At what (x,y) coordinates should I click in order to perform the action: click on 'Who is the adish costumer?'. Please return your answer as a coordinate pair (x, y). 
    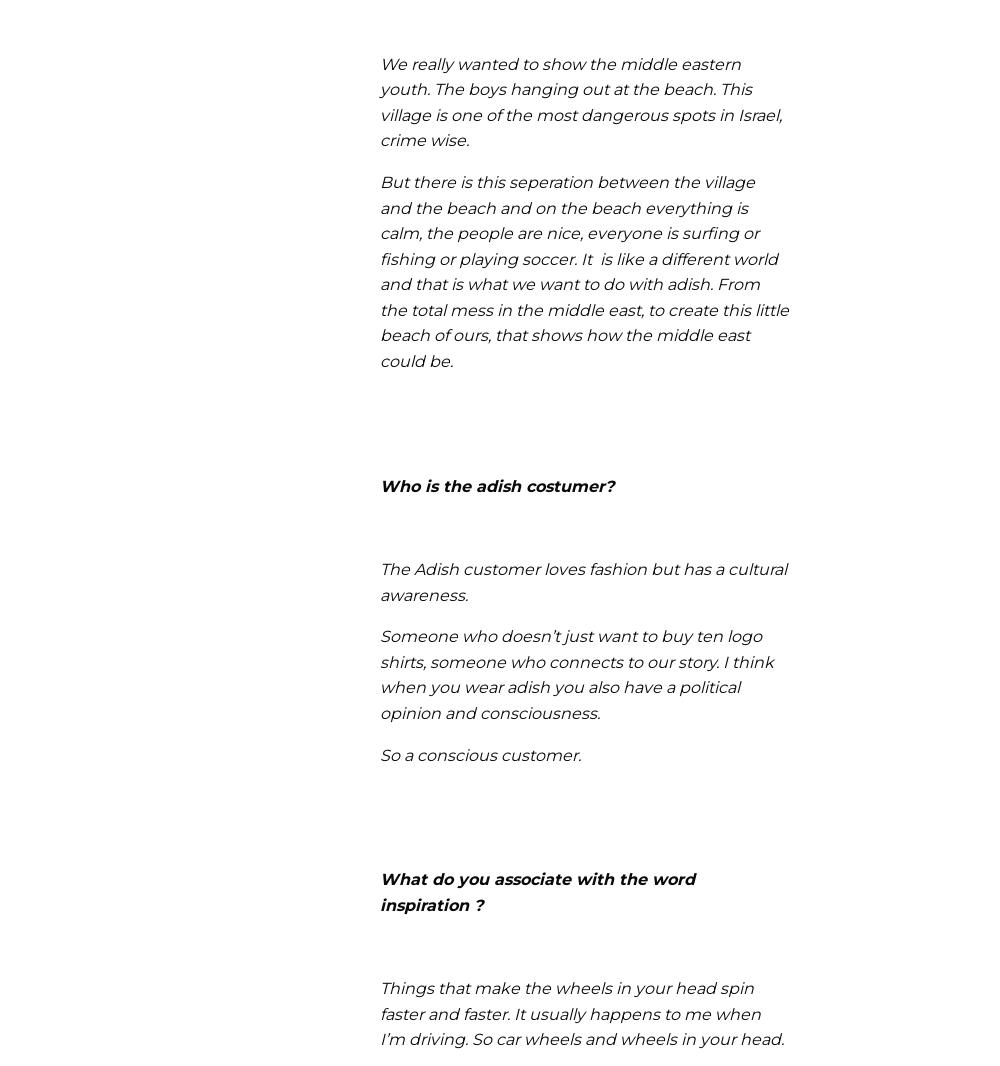
    Looking at the image, I should click on (496, 485).